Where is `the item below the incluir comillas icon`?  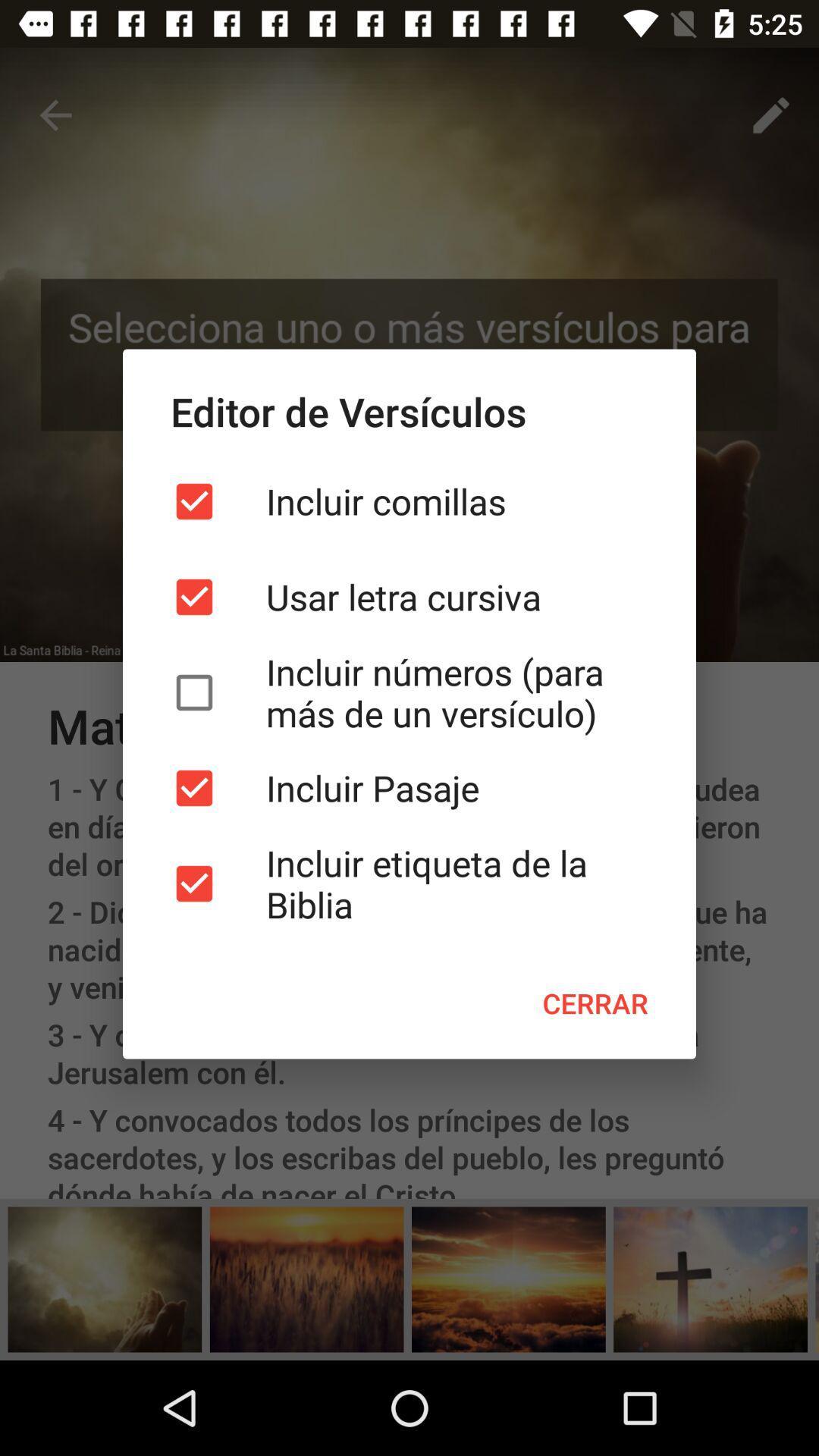 the item below the incluir comillas icon is located at coordinates (409, 596).